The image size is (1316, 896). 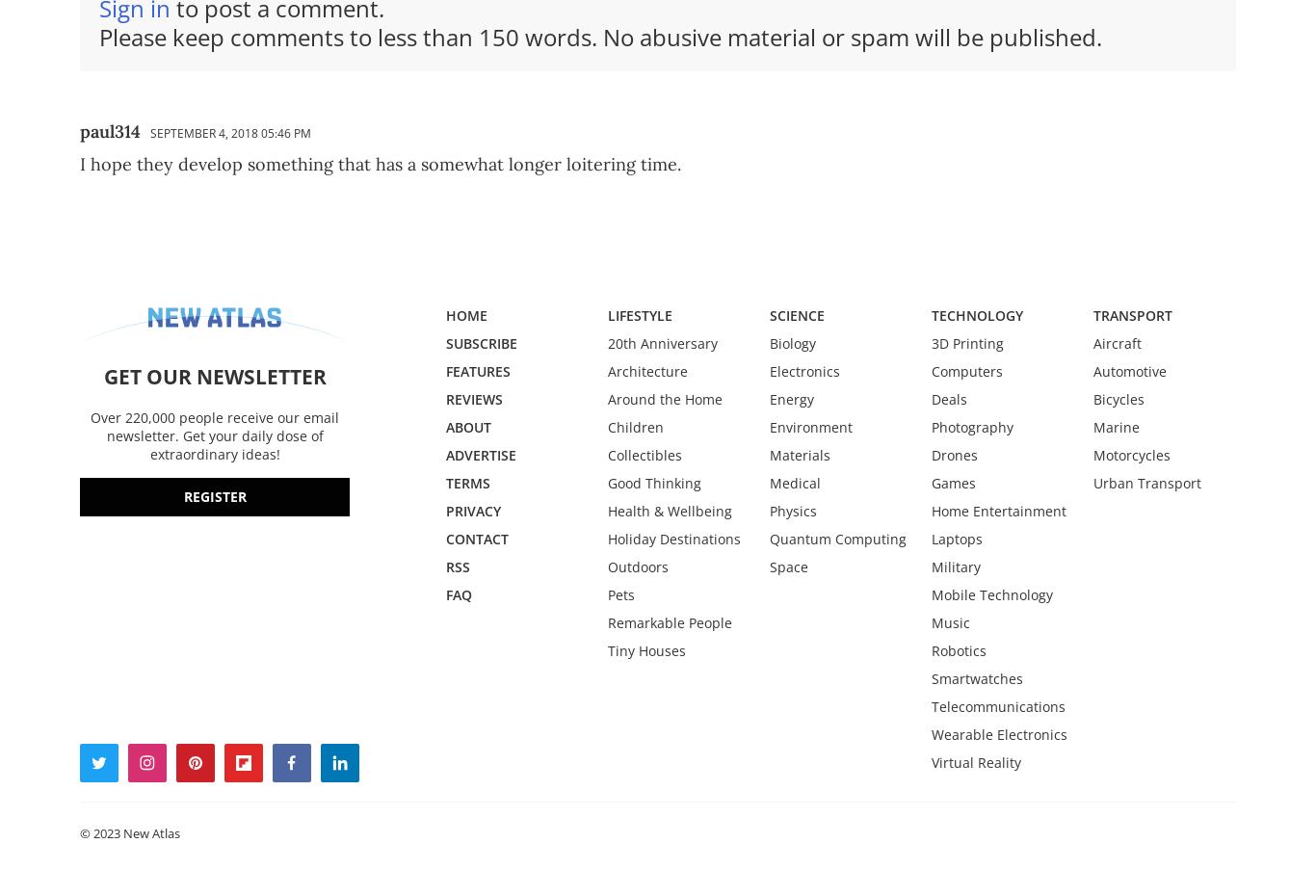 I want to click on 'Photography', so click(x=931, y=426).